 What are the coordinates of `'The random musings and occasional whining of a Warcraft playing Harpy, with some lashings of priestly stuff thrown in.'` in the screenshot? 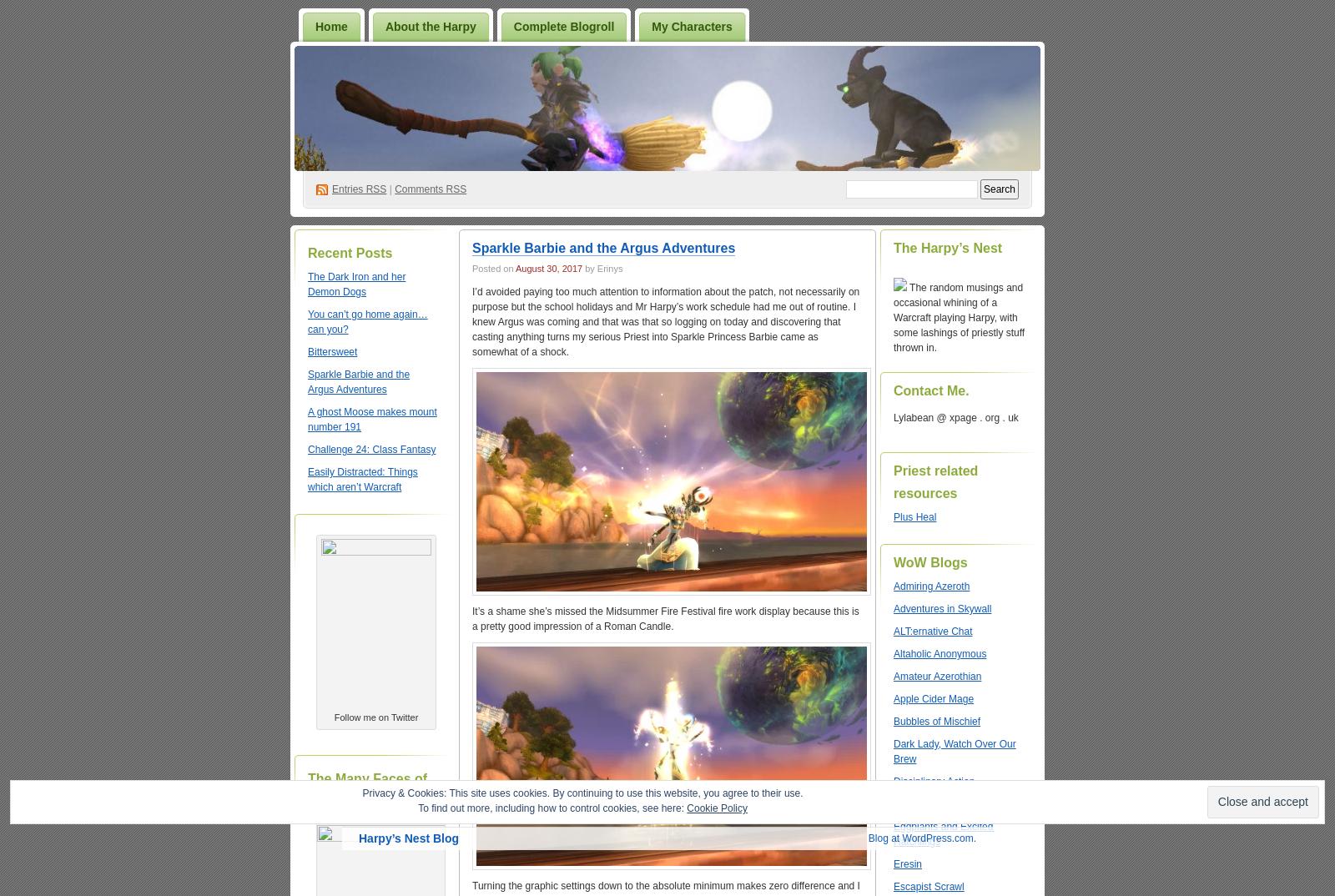 It's located at (959, 317).